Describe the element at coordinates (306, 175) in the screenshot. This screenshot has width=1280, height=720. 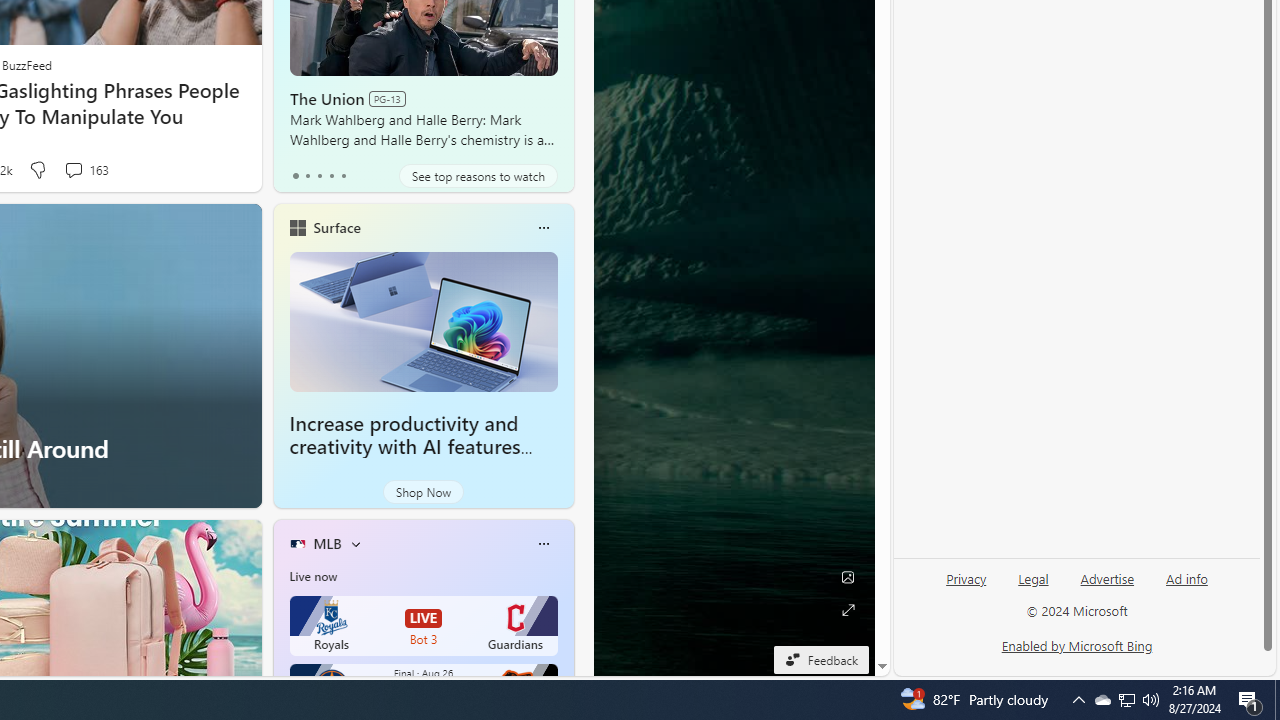
I see `'tab-1'` at that location.